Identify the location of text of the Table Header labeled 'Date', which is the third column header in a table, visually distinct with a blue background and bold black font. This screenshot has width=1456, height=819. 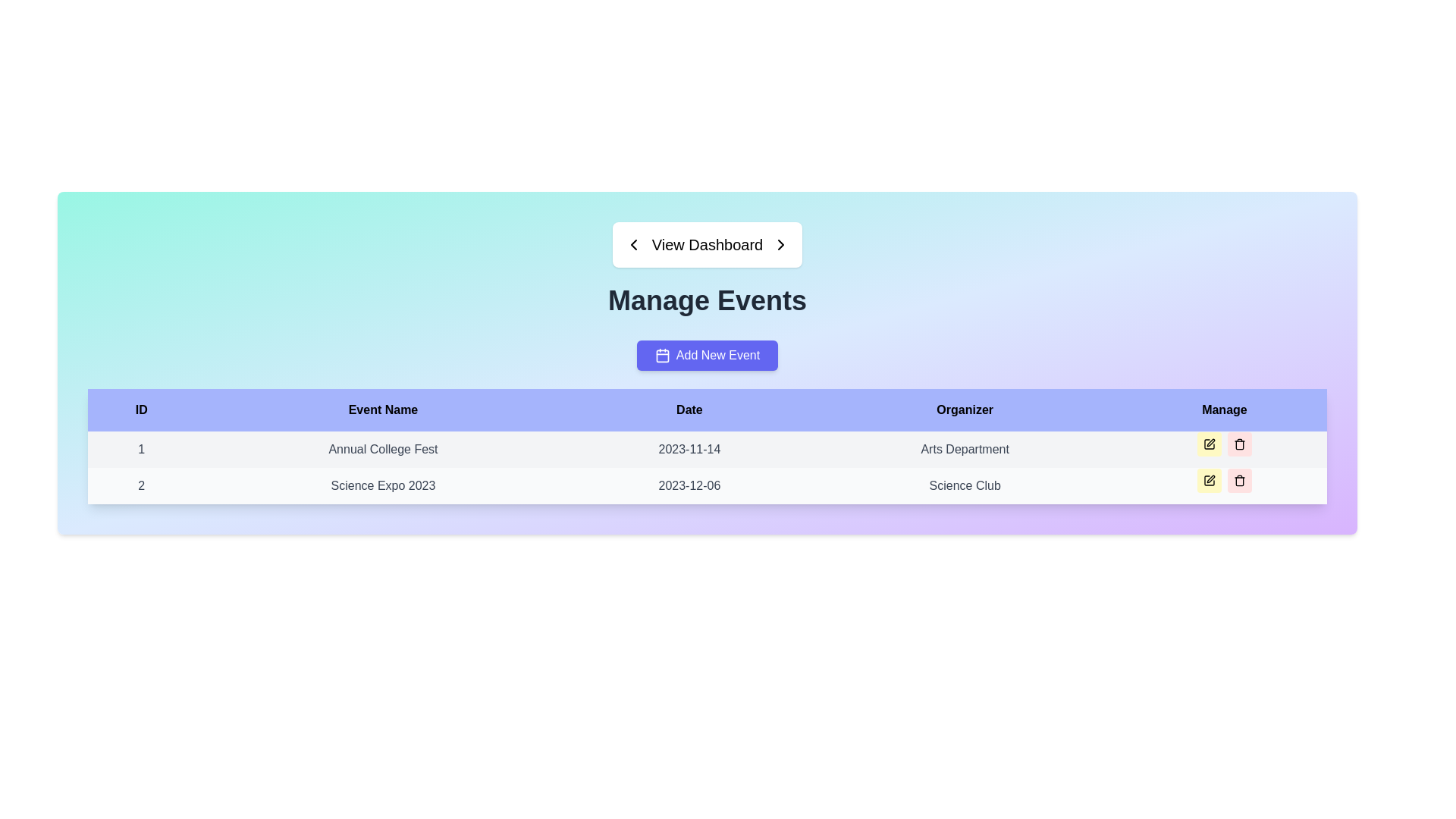
(689, 409).